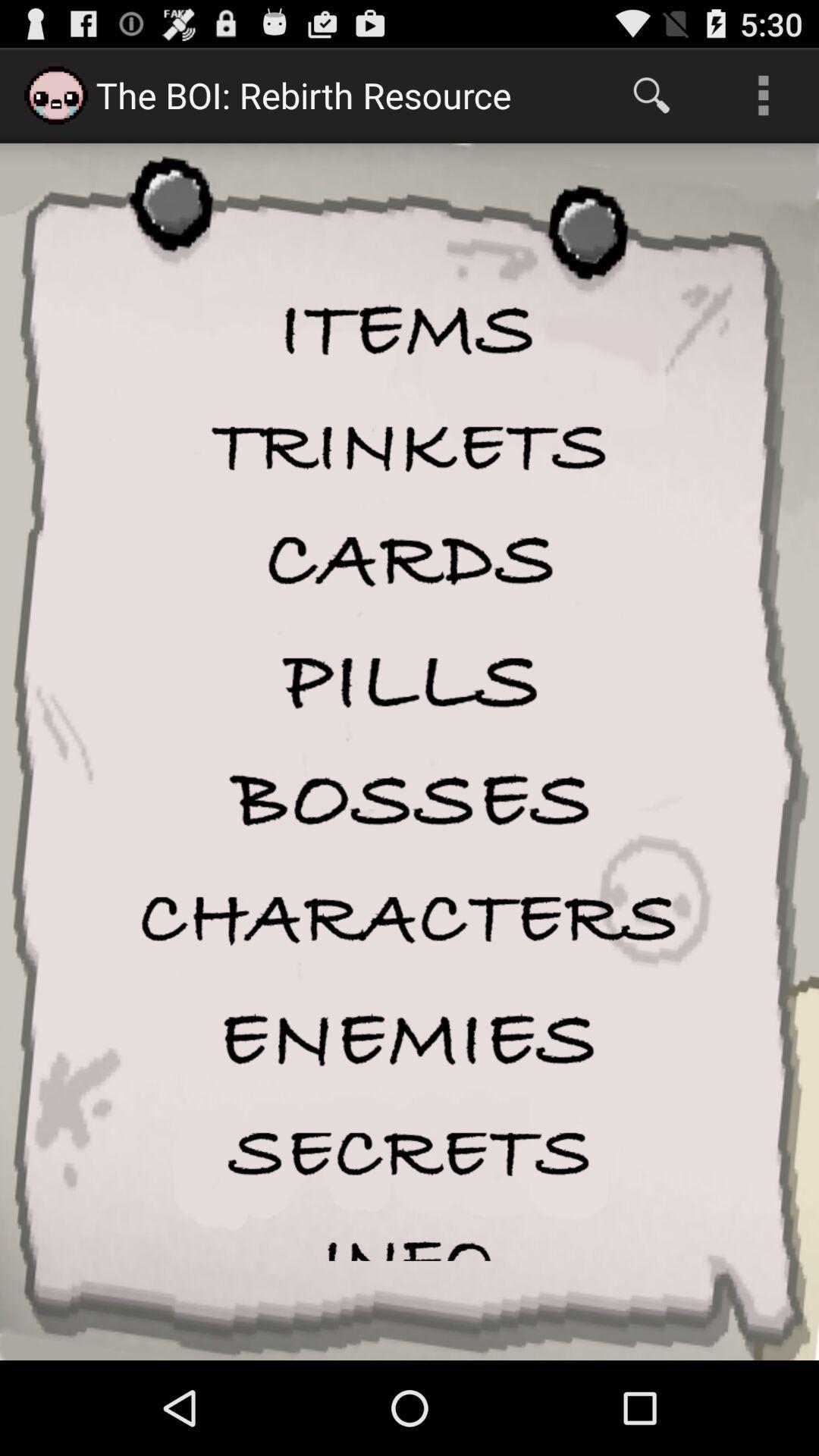  Describe the element at coordinates (409, 919) in the screenshot. I see `characters page` at that location.